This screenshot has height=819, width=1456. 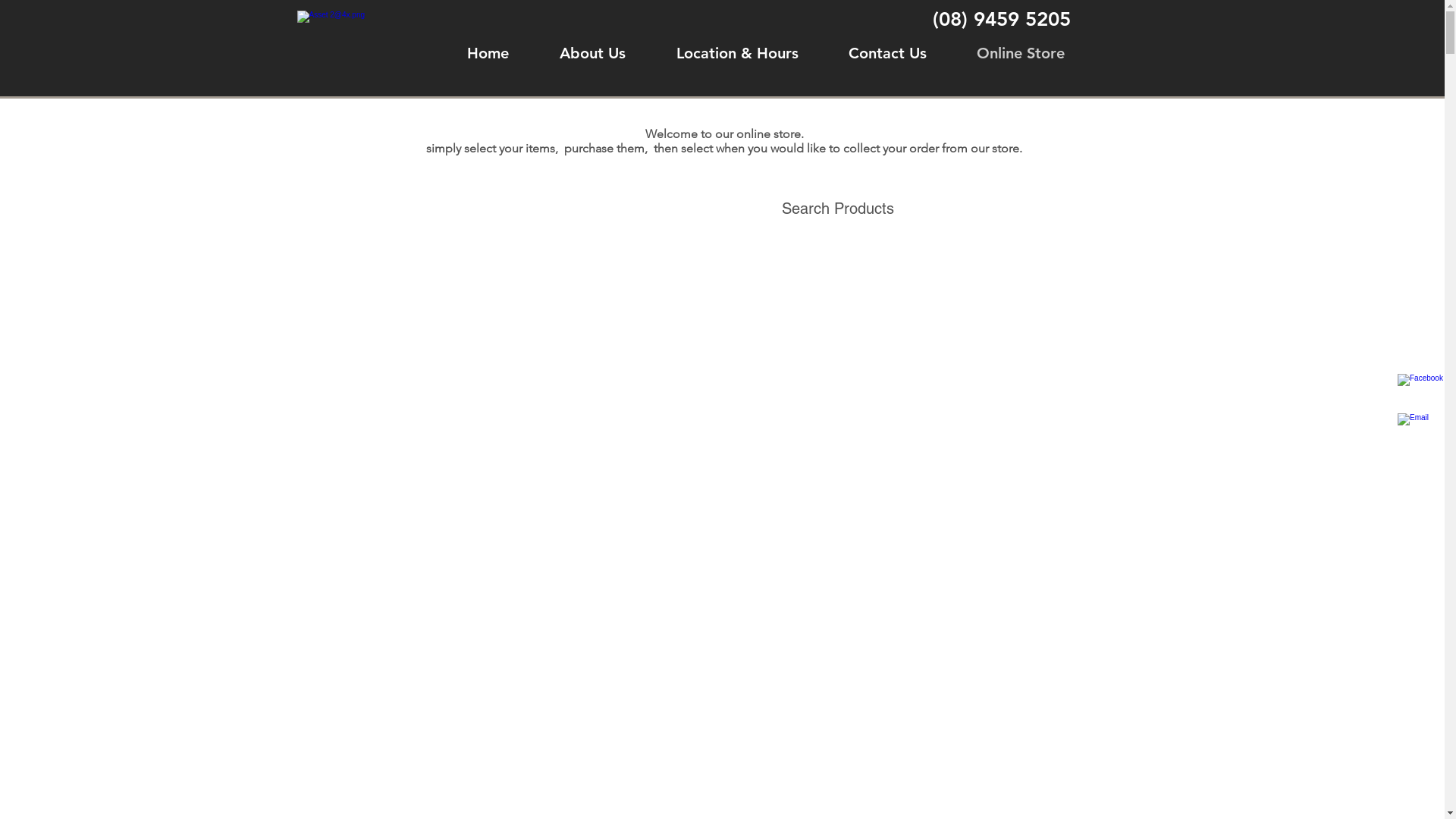 What do you see at coordinates (887, 52) in the screenshot?
I see `'Contact Us'` at bounding box center [887, 52].